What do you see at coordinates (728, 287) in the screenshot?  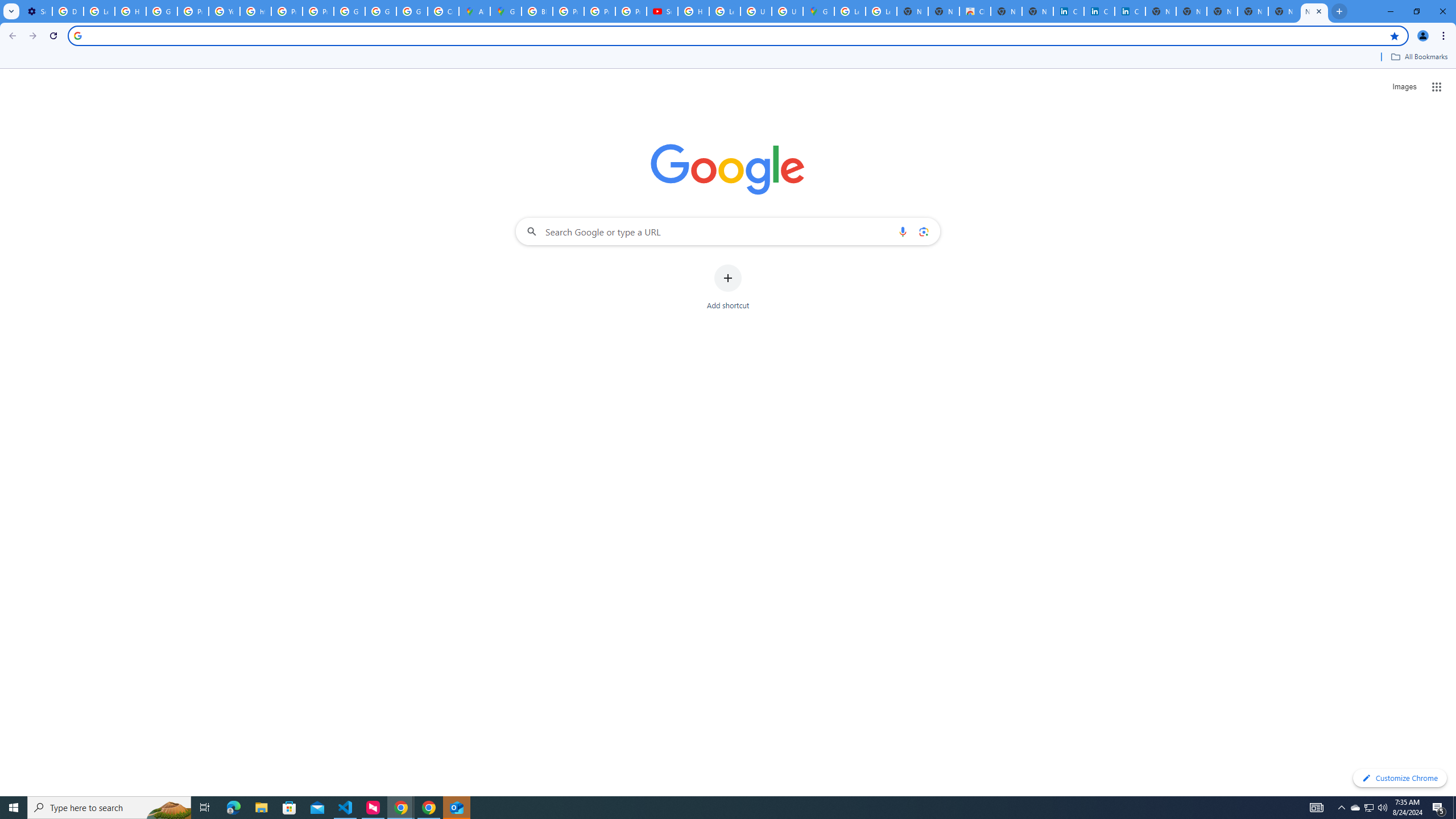 I see `'Add shortcut'` at bounding box center [728, 287].